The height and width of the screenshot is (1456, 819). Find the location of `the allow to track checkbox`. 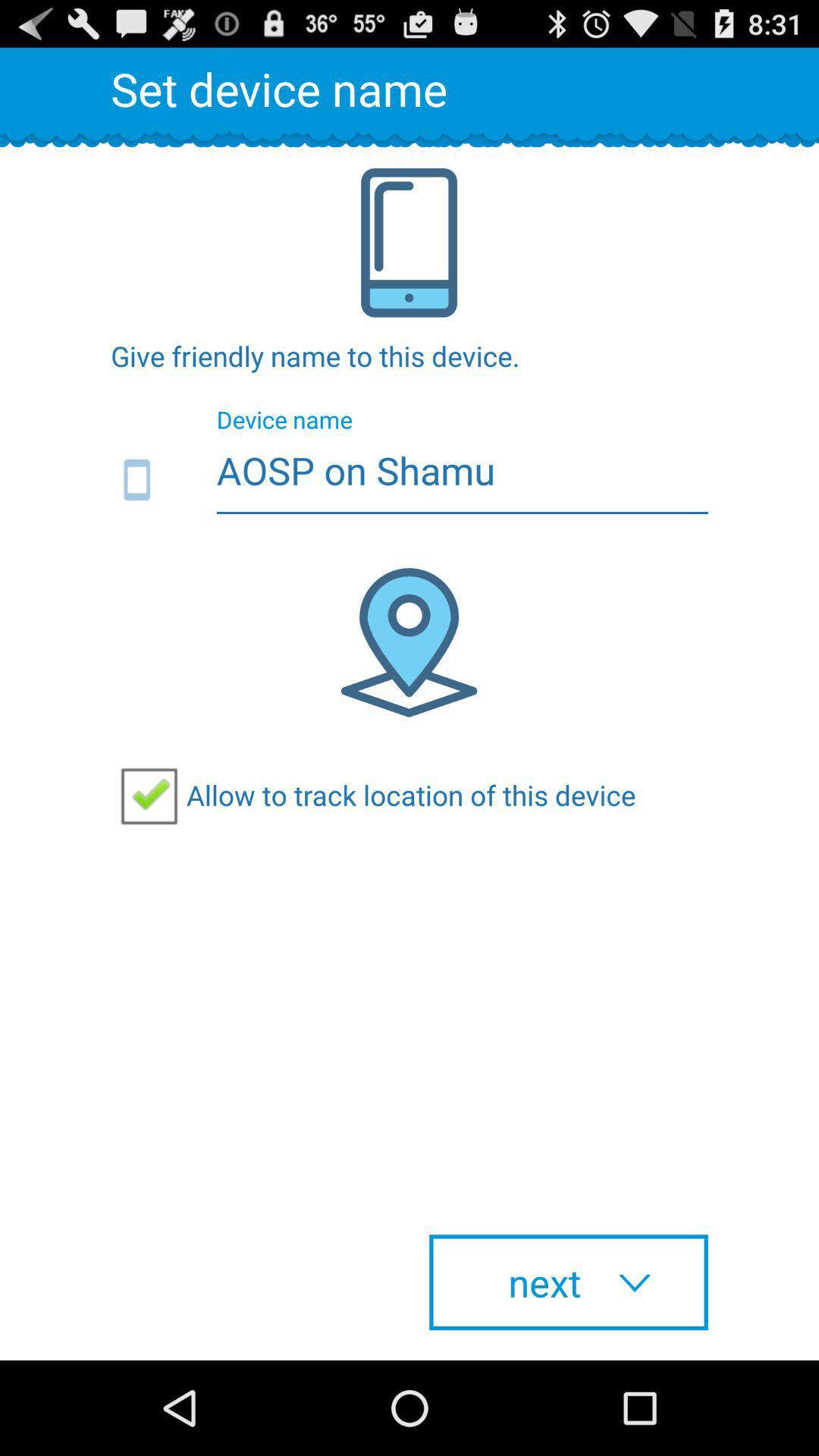

the allow to track checkbox is located at coordinates (373, 794).